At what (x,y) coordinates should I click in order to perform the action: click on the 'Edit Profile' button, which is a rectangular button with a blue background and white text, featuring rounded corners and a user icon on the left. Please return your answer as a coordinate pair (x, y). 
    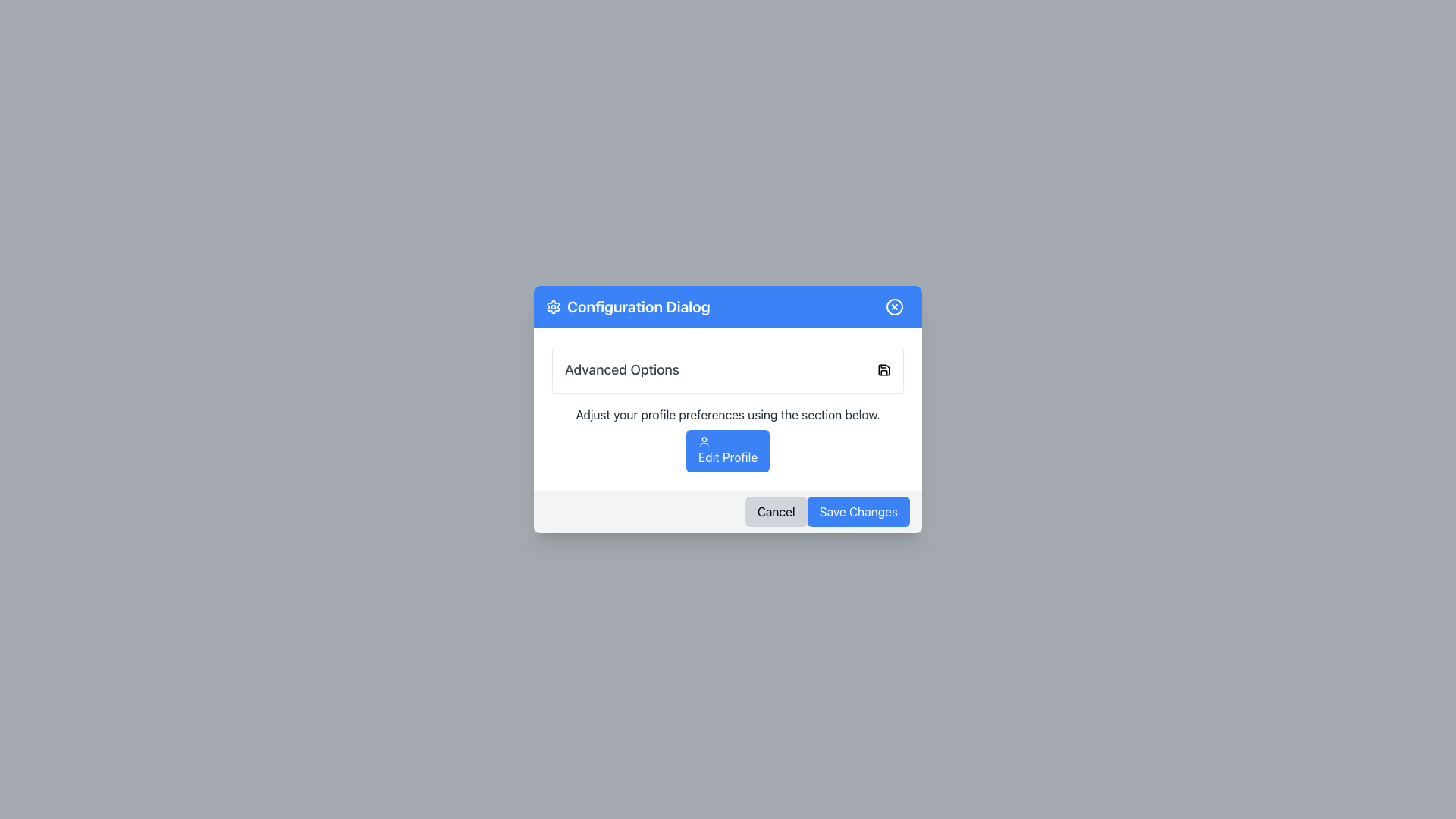
    Looking at the image, I should click on (728, 450).